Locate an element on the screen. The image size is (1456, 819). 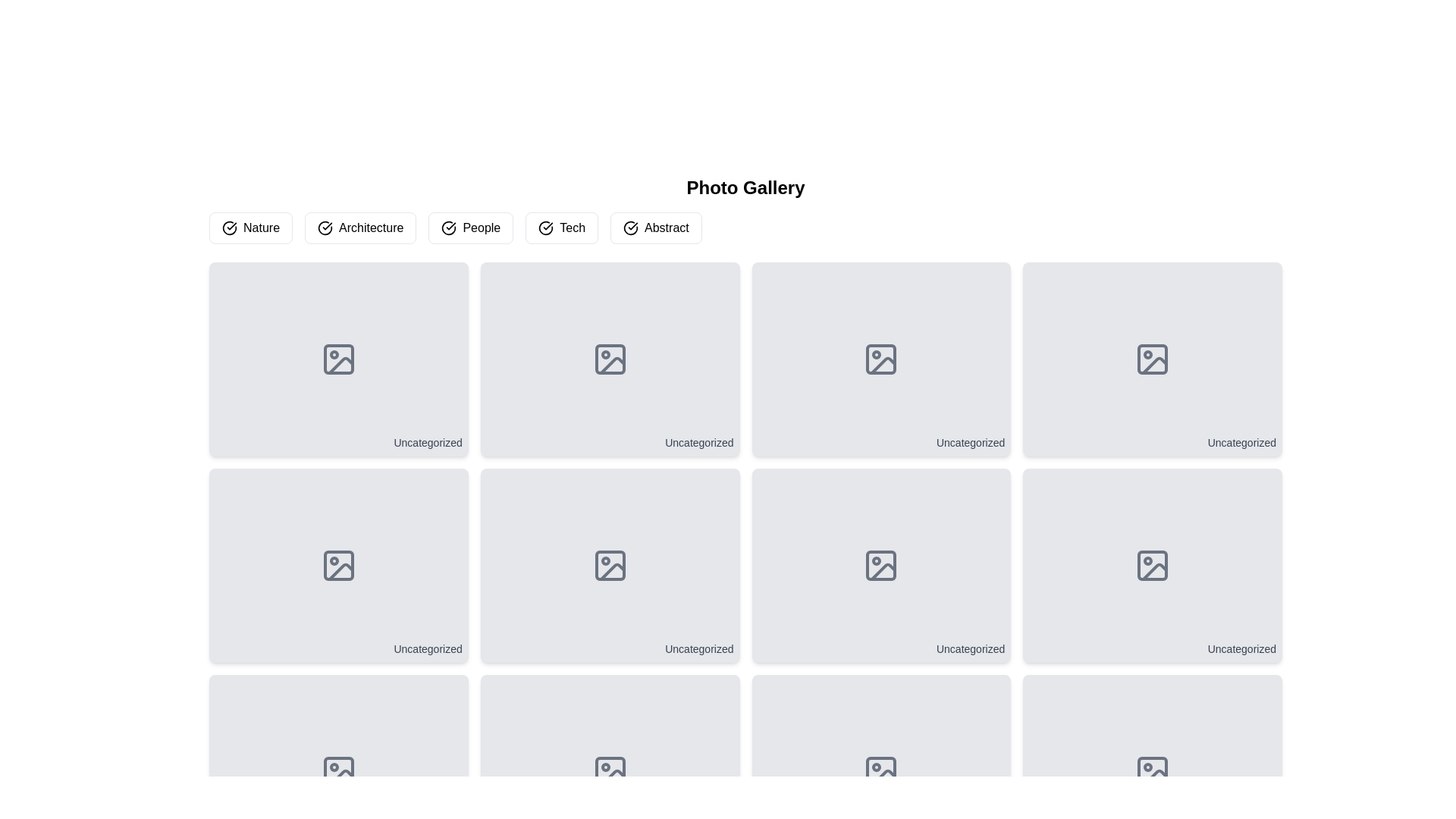
the circular check icon with a thin black outline located at the left edge of the 'Abstract' button in the header is located at coordinates (630, 227).